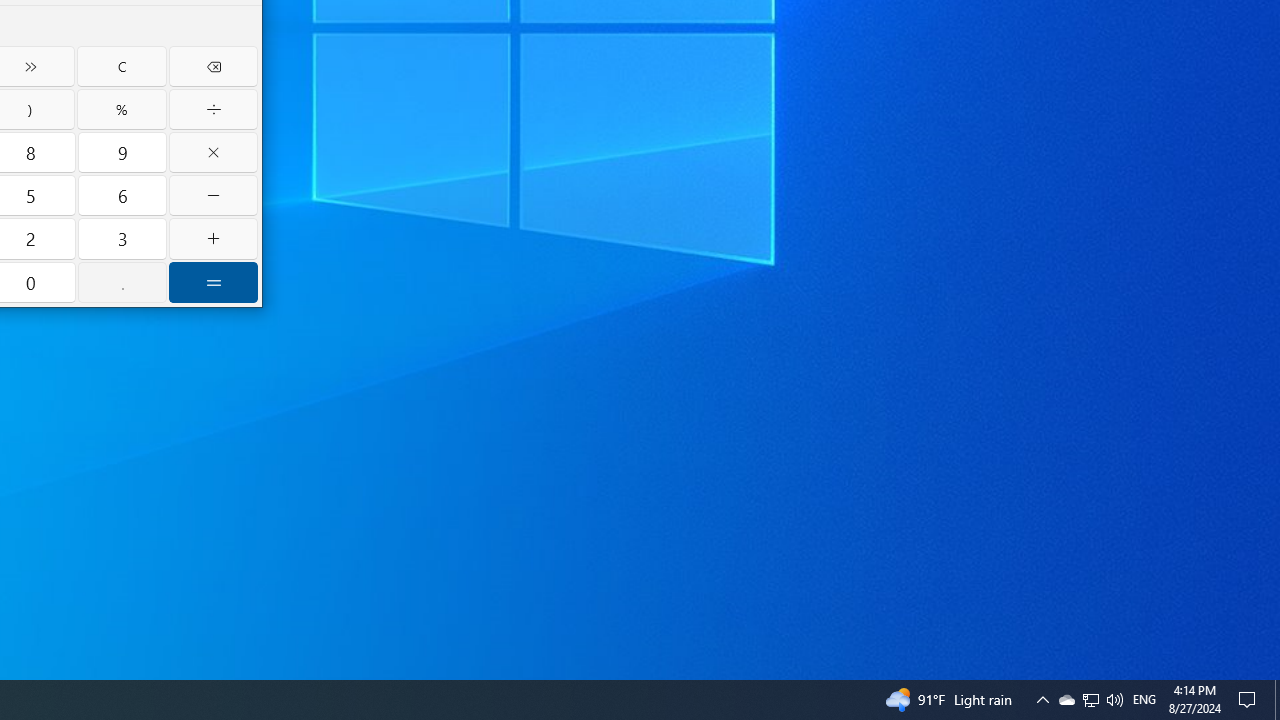 The width and height of the screenshot is (1280, 720). What do you see at coordinates (213, 195) in the screenshot?
I see `'Minus'` at bounding box center [213, 195].